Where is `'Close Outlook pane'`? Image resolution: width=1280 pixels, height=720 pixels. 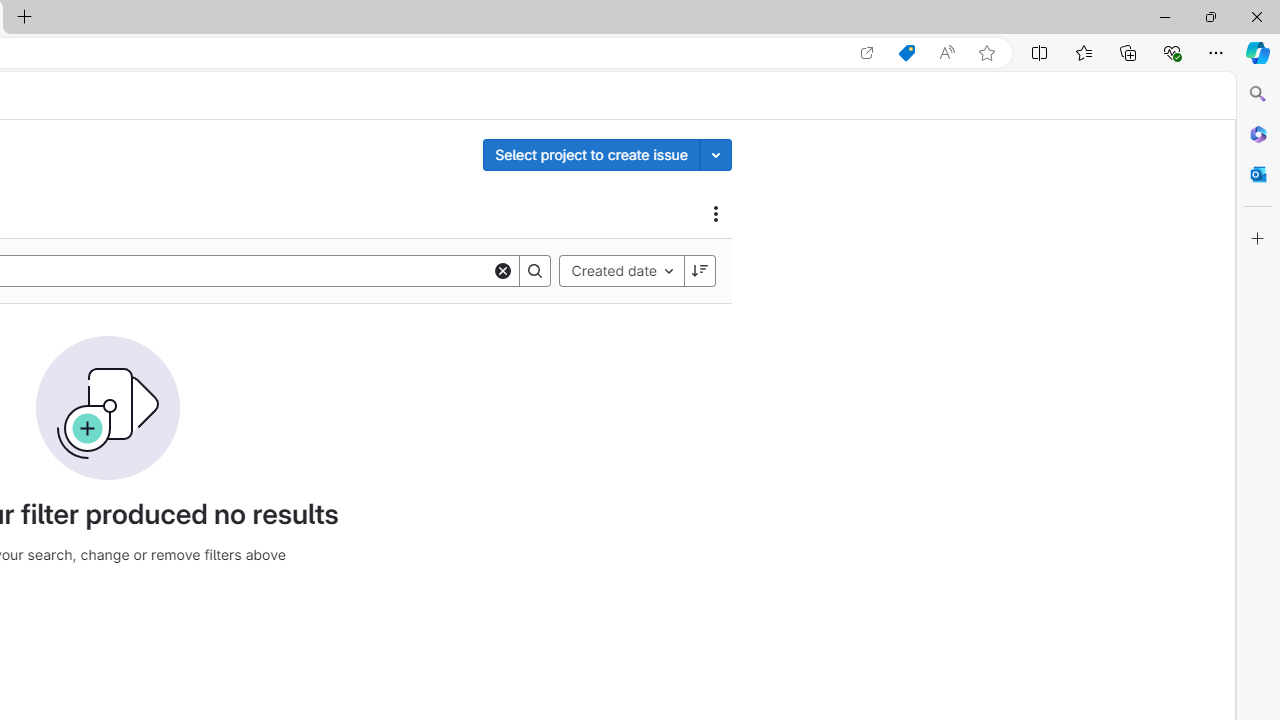
'Close Outlook pane' is located at coordinates (1257, 173).